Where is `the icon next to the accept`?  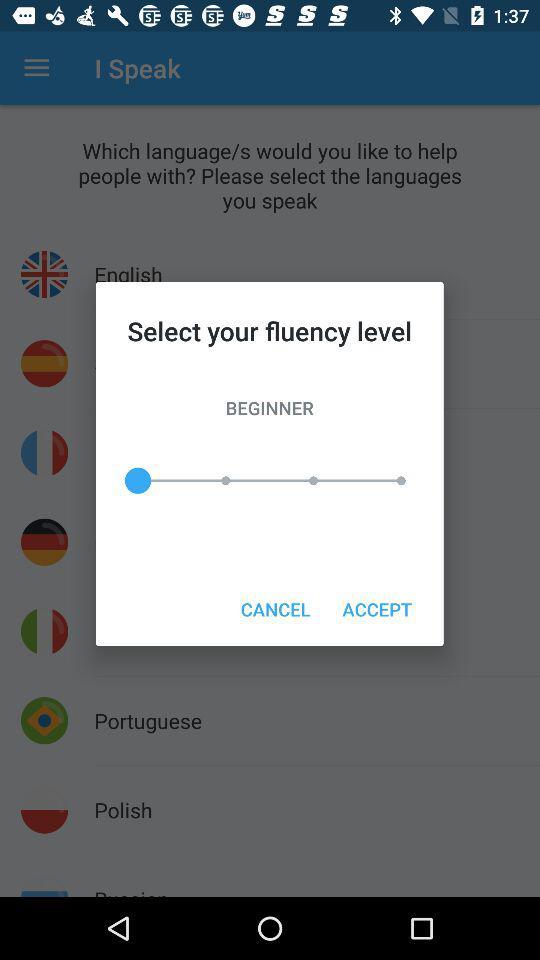 the icon next to the accept is located at coordinates (274, 608).